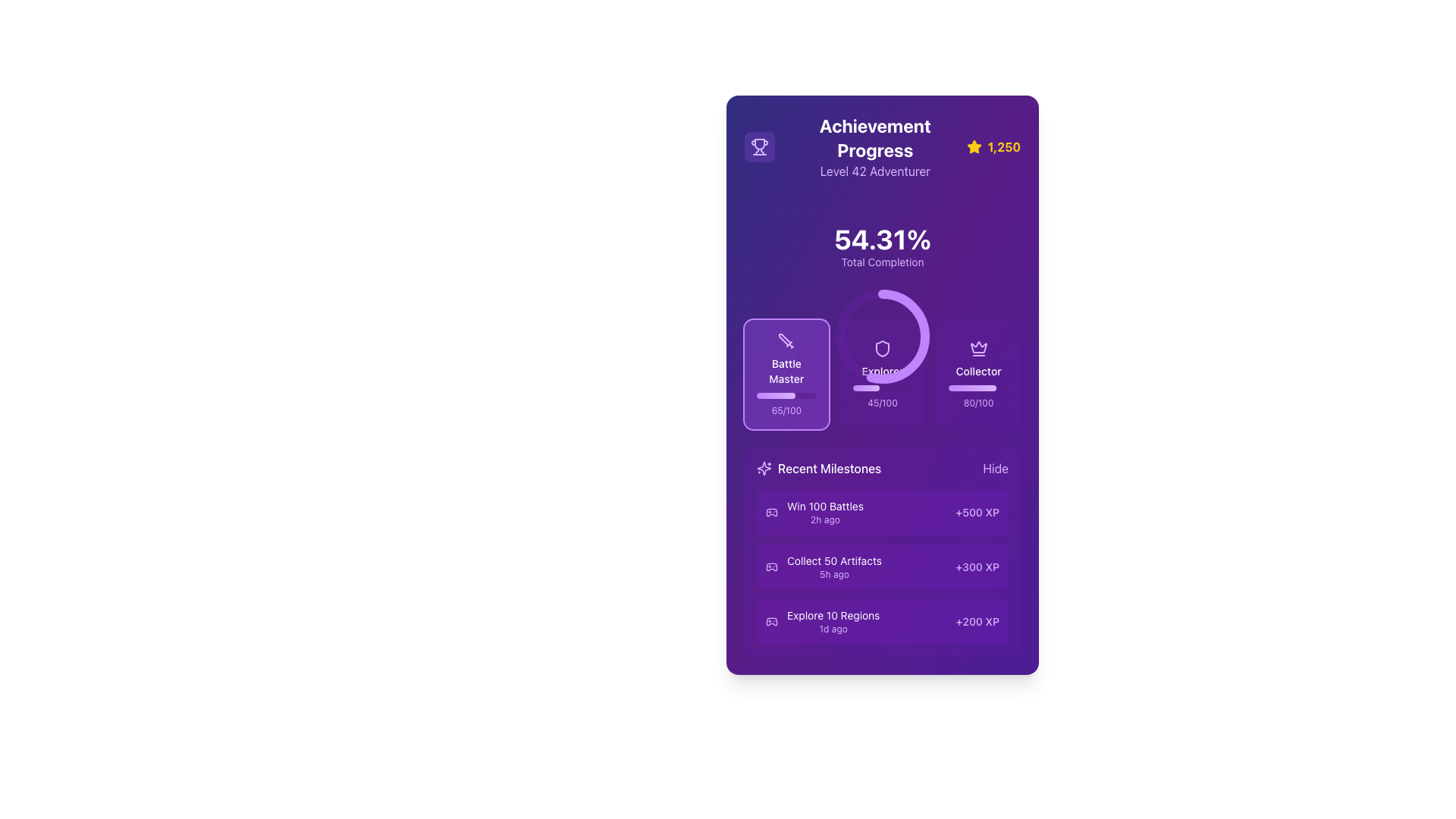 The height and width of the screenshot is (819, 1456). What do you see at coordinates (786, 374) in the screenshot?
I see `progress bar labeled 'Battle Master' which visually communicates a progress level of 65/100` at bounding box center [786, 374].